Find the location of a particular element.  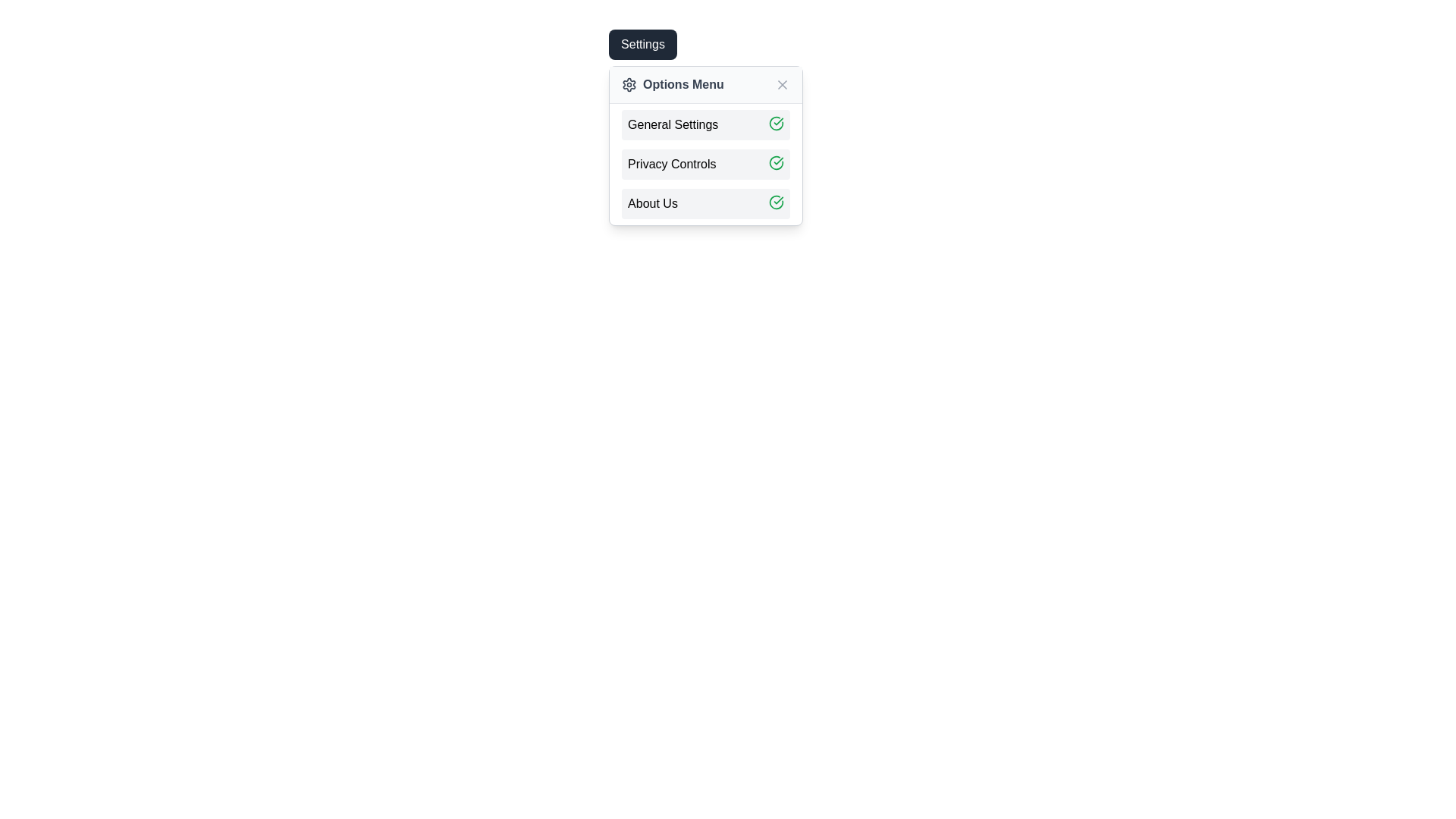

the 'X' icon styled close button located on the far right of the 'Options Menu' is located at coordinates (783, 84).